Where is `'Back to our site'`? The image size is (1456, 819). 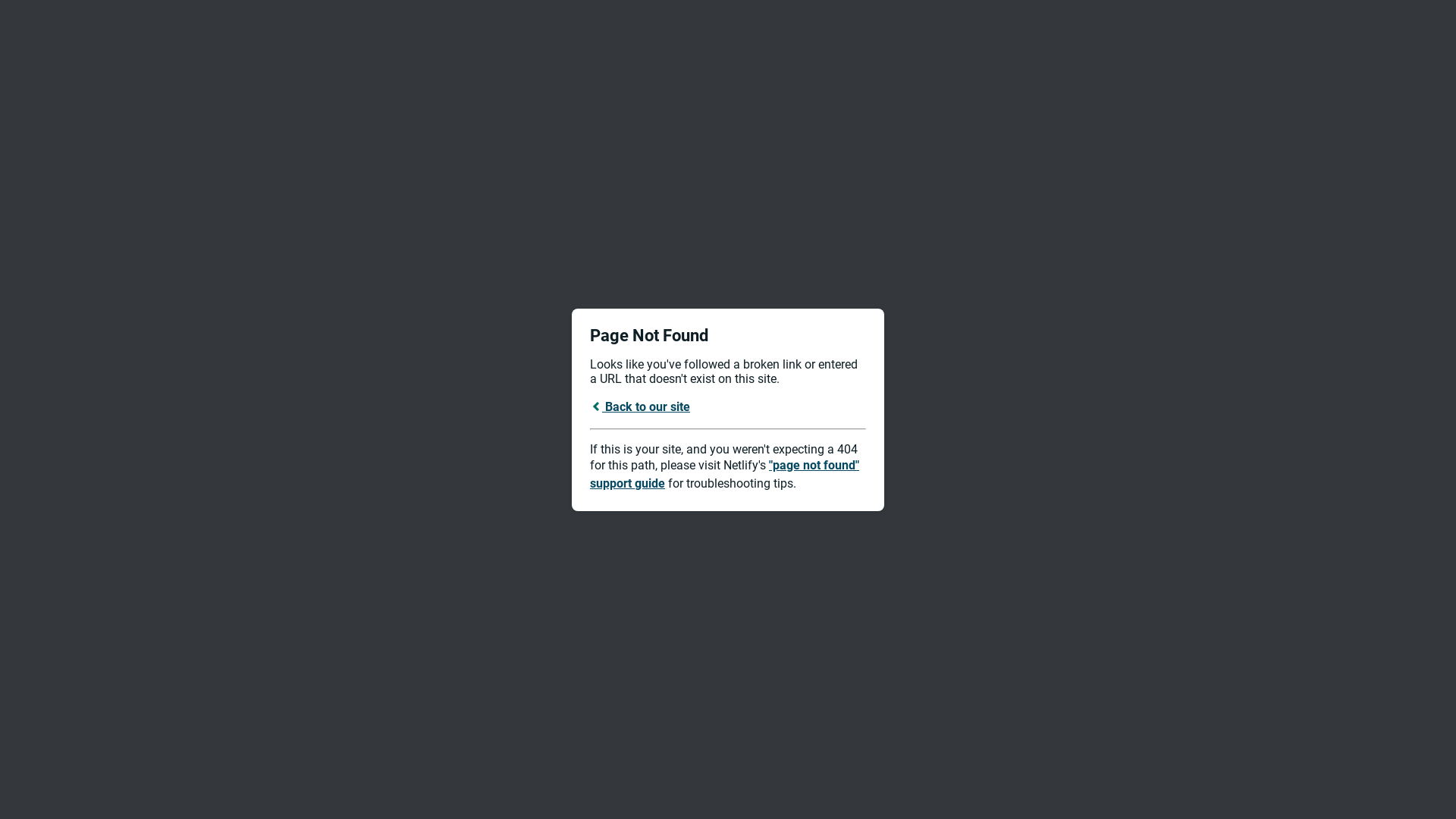
'Back to our site' is located at coordinates (640, 405).